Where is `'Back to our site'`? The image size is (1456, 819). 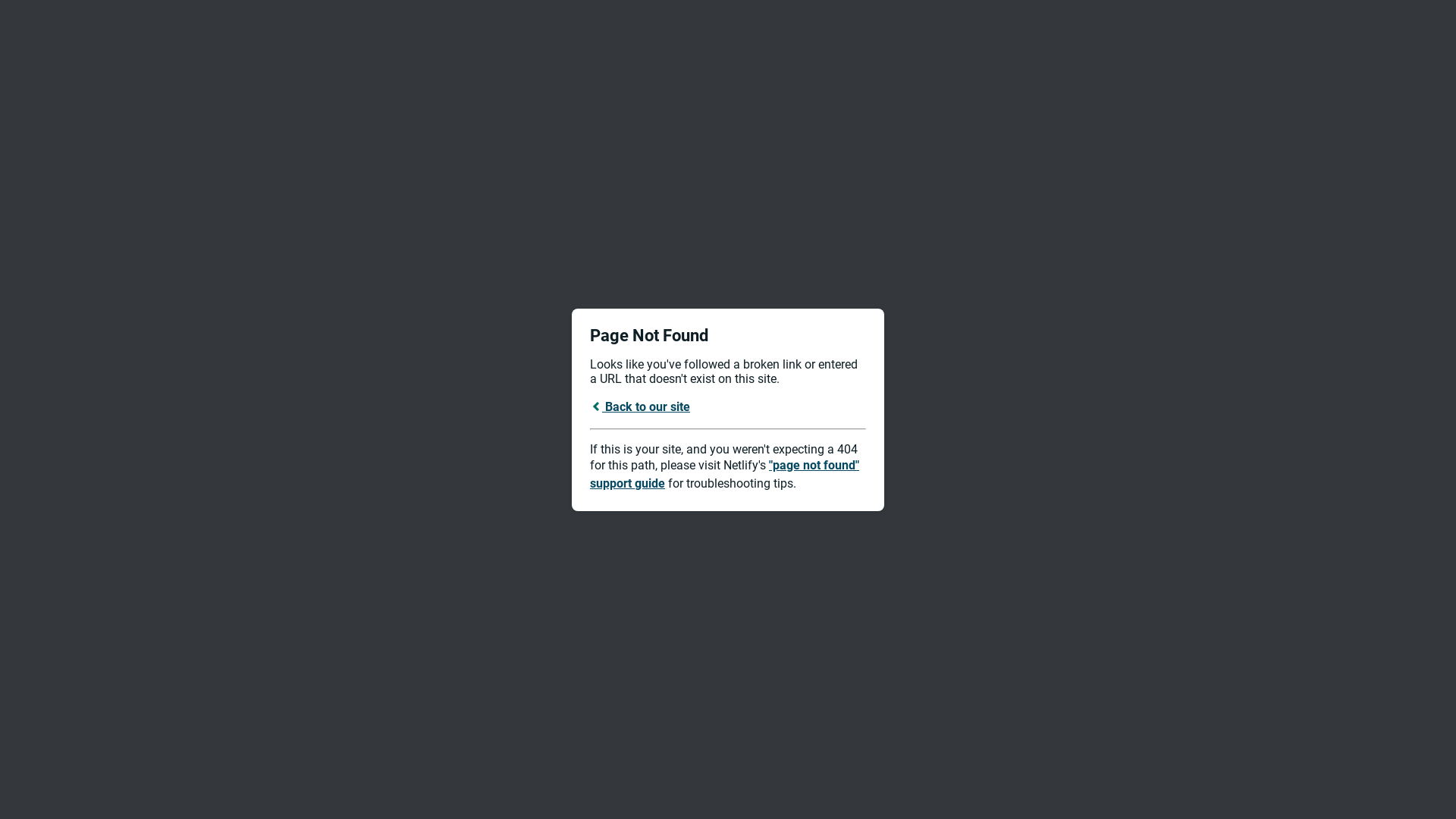
'Back to our site' is located at coordinates (640, 405).